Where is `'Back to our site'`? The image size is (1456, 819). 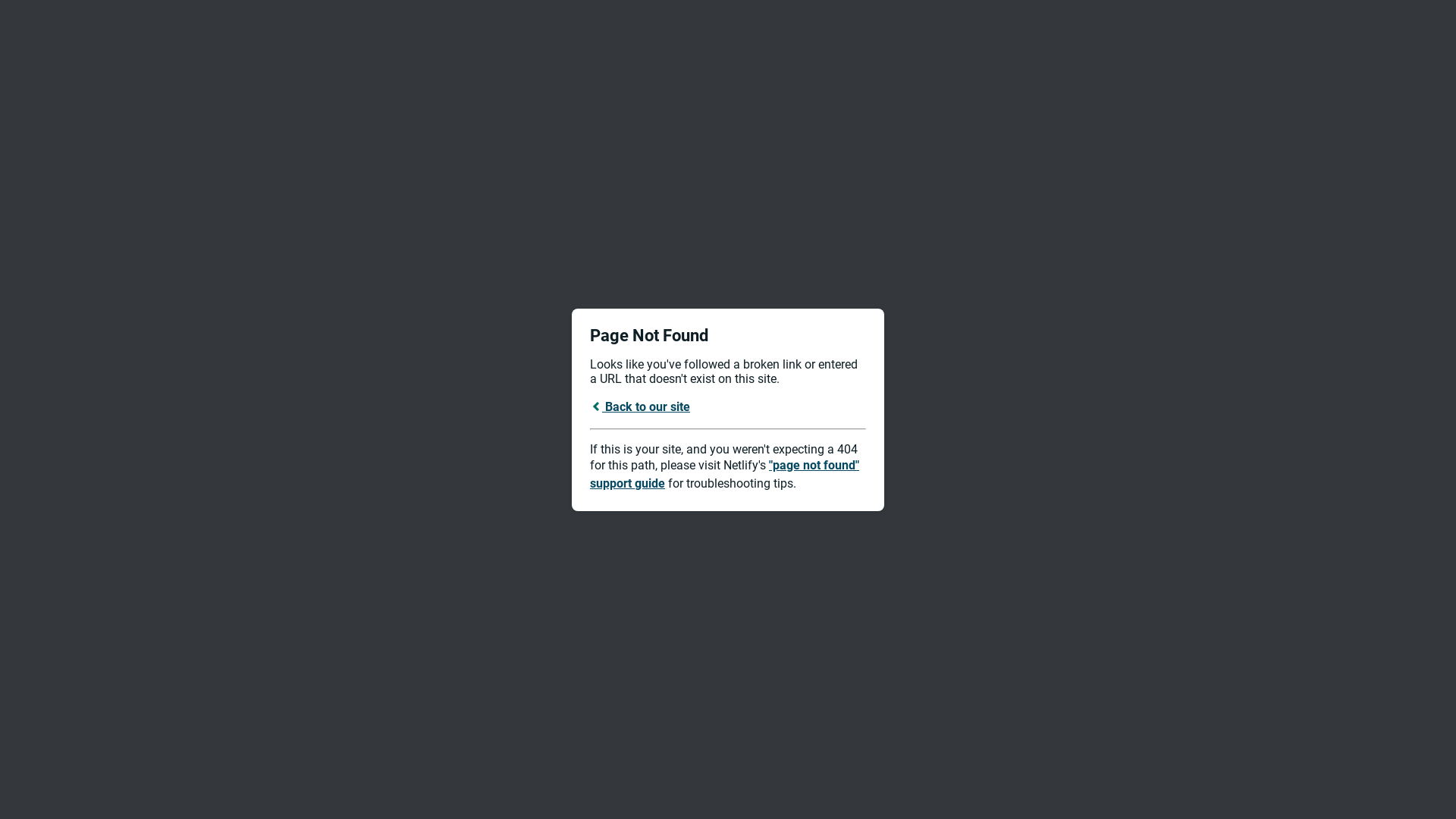
'Back to our site' is located at coordinates (640, 405).